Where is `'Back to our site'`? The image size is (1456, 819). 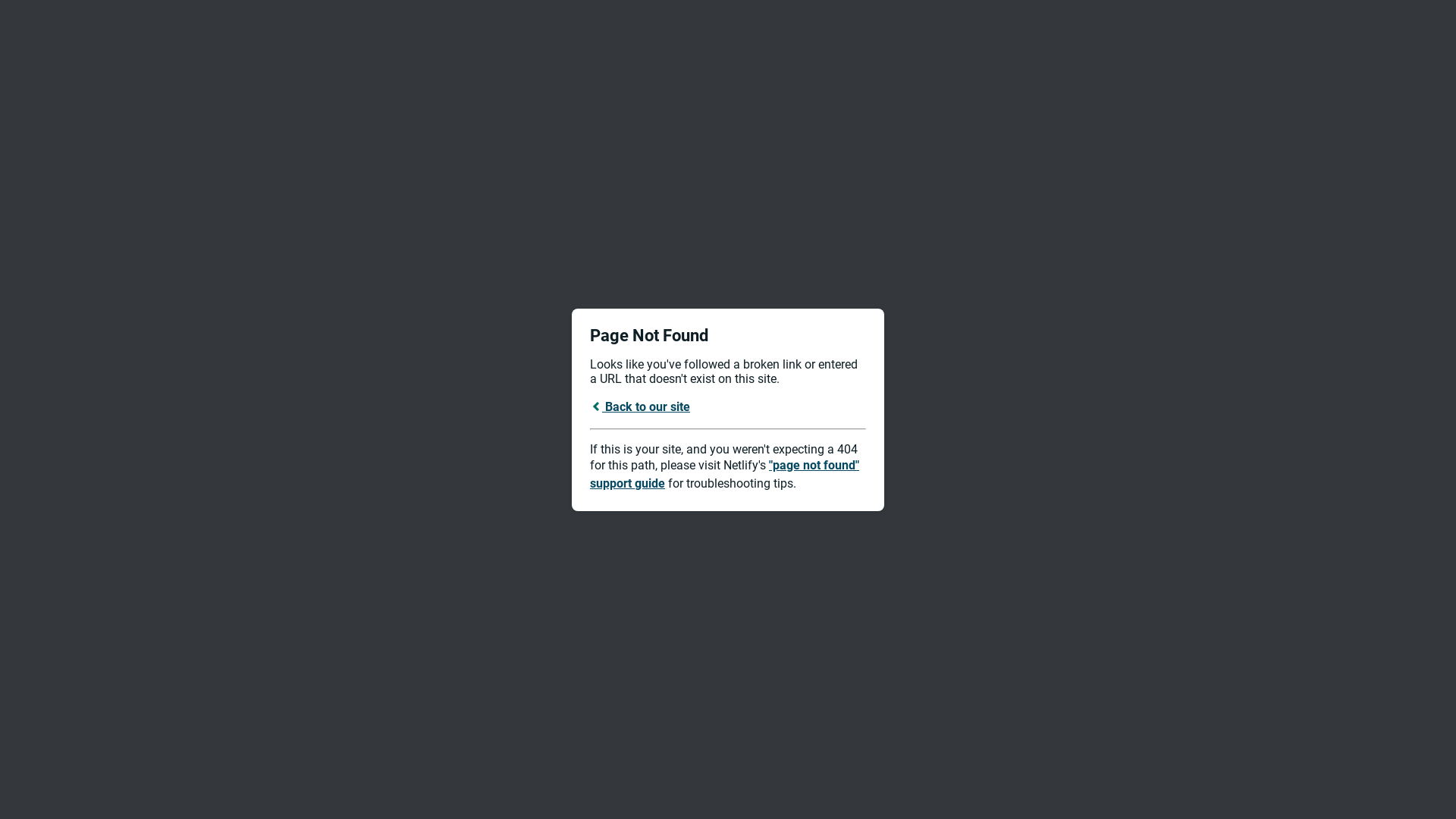
'Back to our site' is located at coordinates (640, 405).